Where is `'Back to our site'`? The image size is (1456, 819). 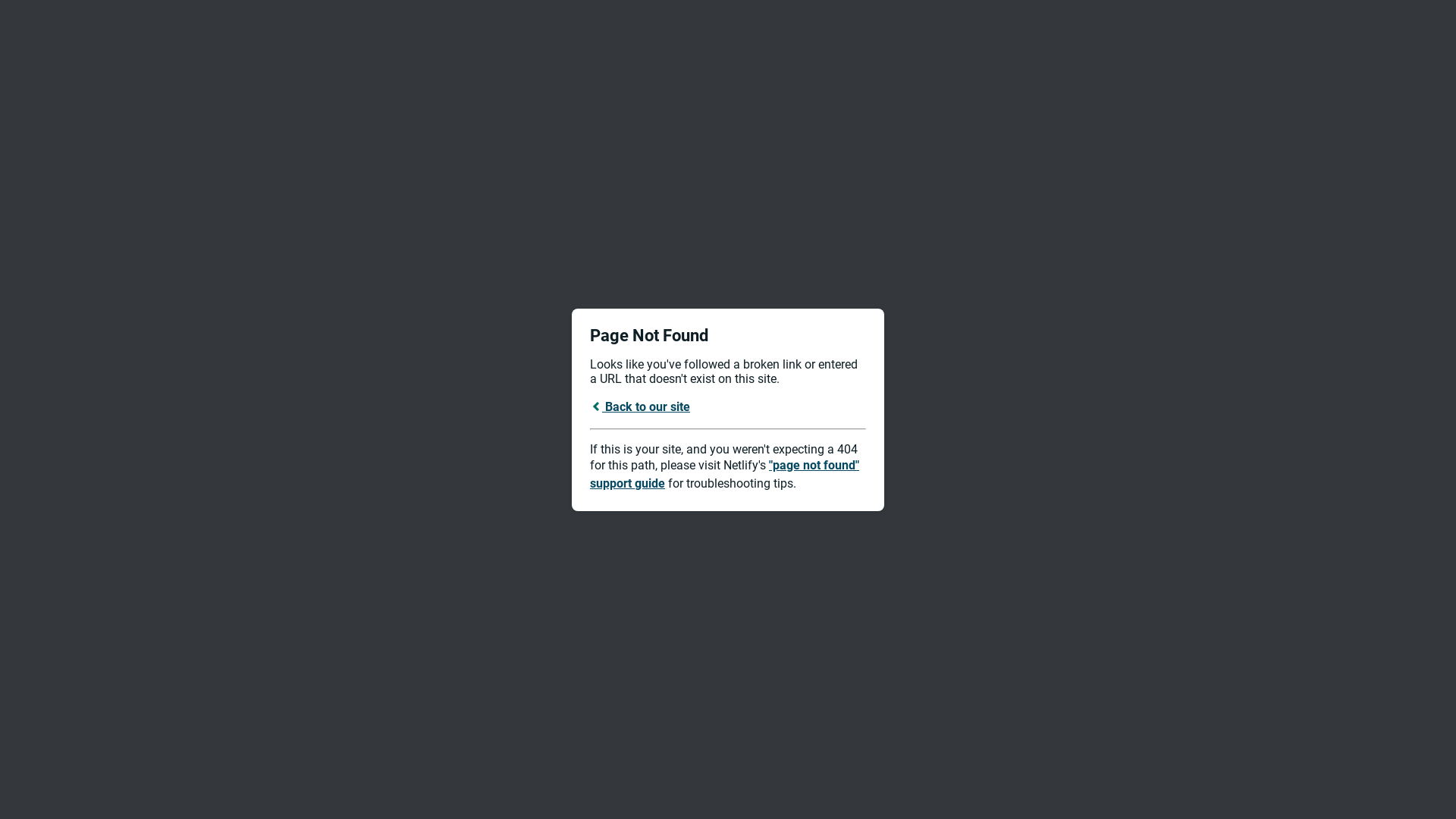
'Back to our site' is located at coordinates (640, 405).